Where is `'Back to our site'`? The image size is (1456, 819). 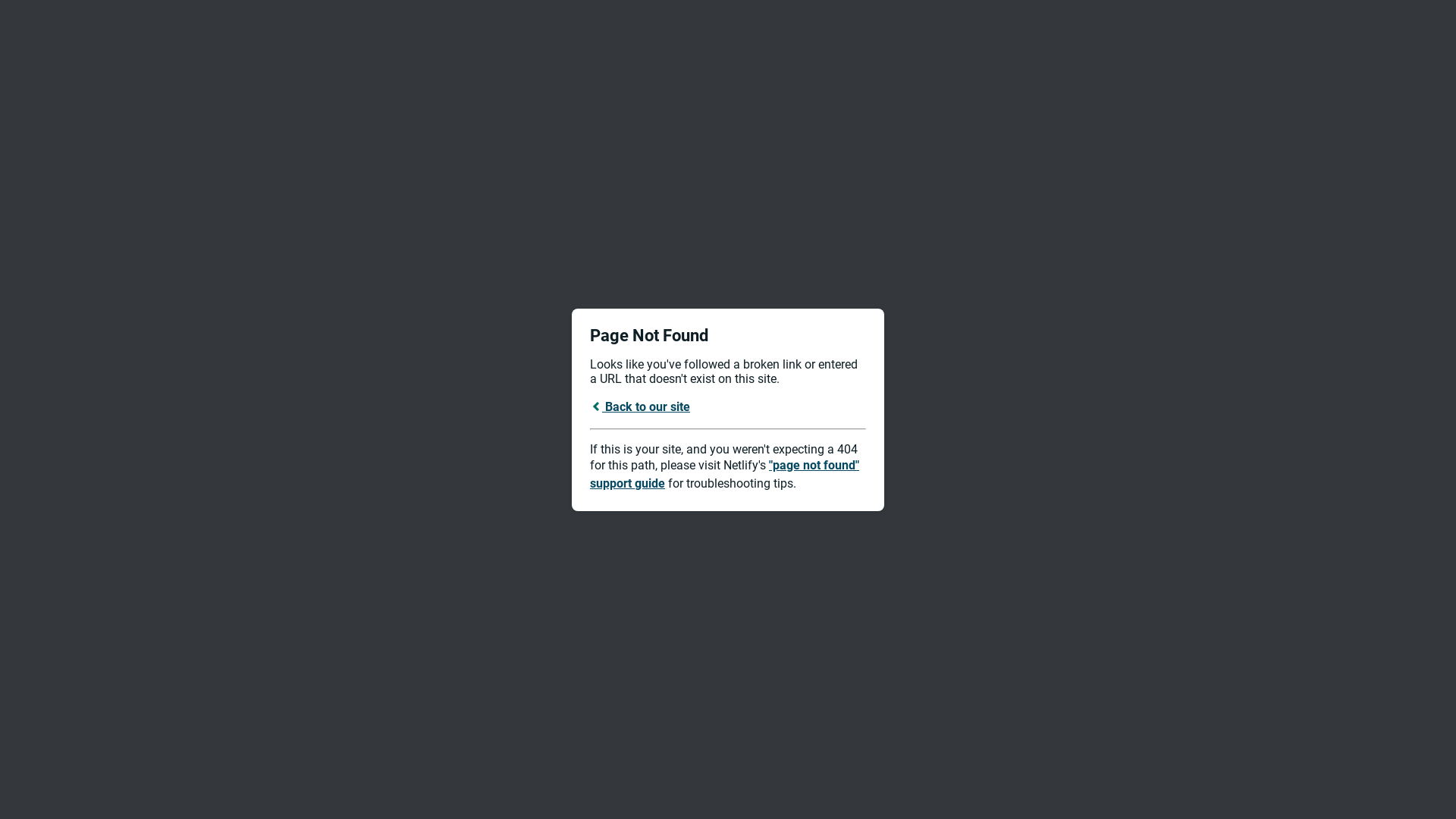
'Back to our site' is located at coordinates (640, 405).